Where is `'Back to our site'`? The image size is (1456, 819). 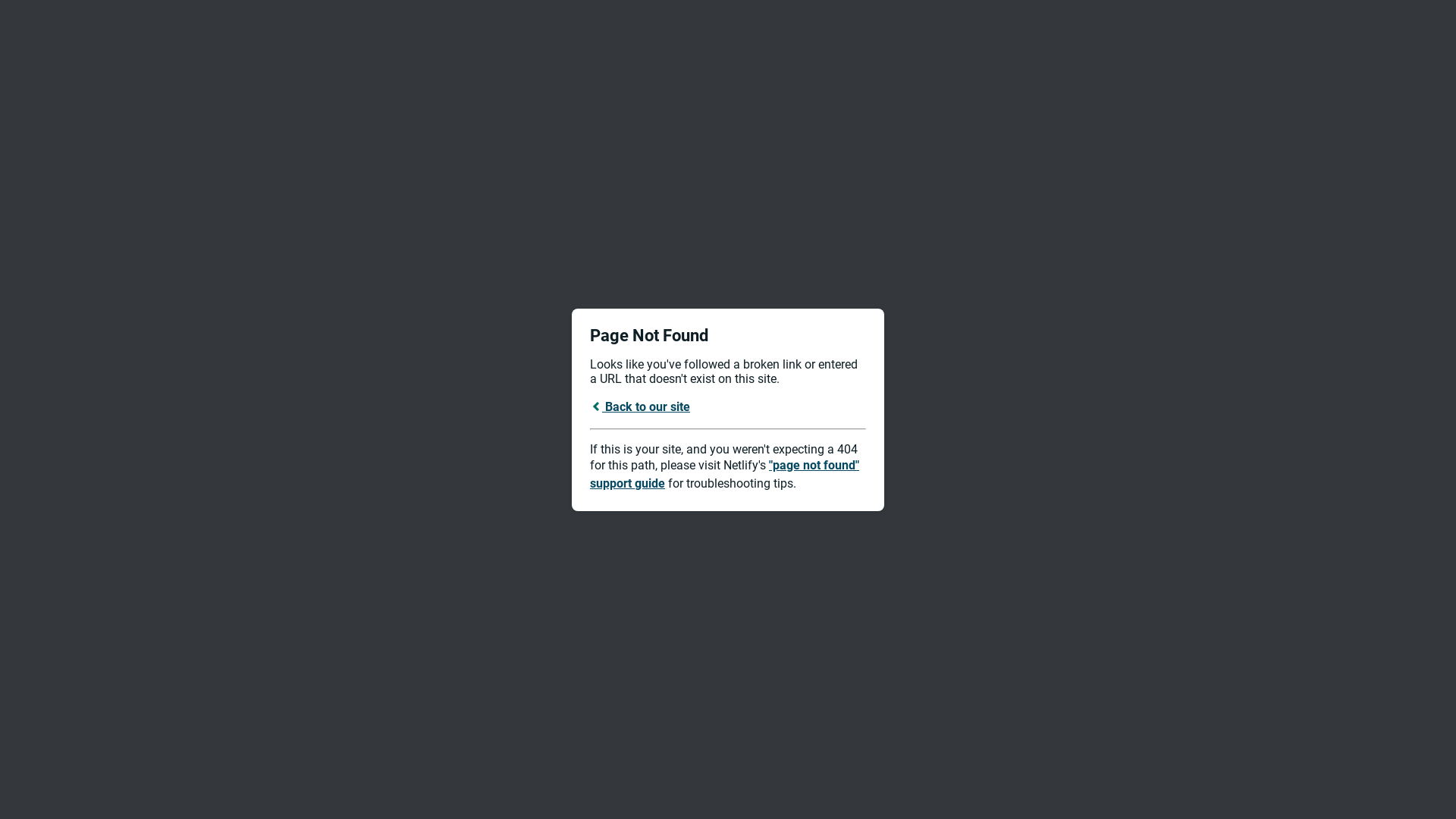
'Back to our site' is located at coordinates (640, 405).